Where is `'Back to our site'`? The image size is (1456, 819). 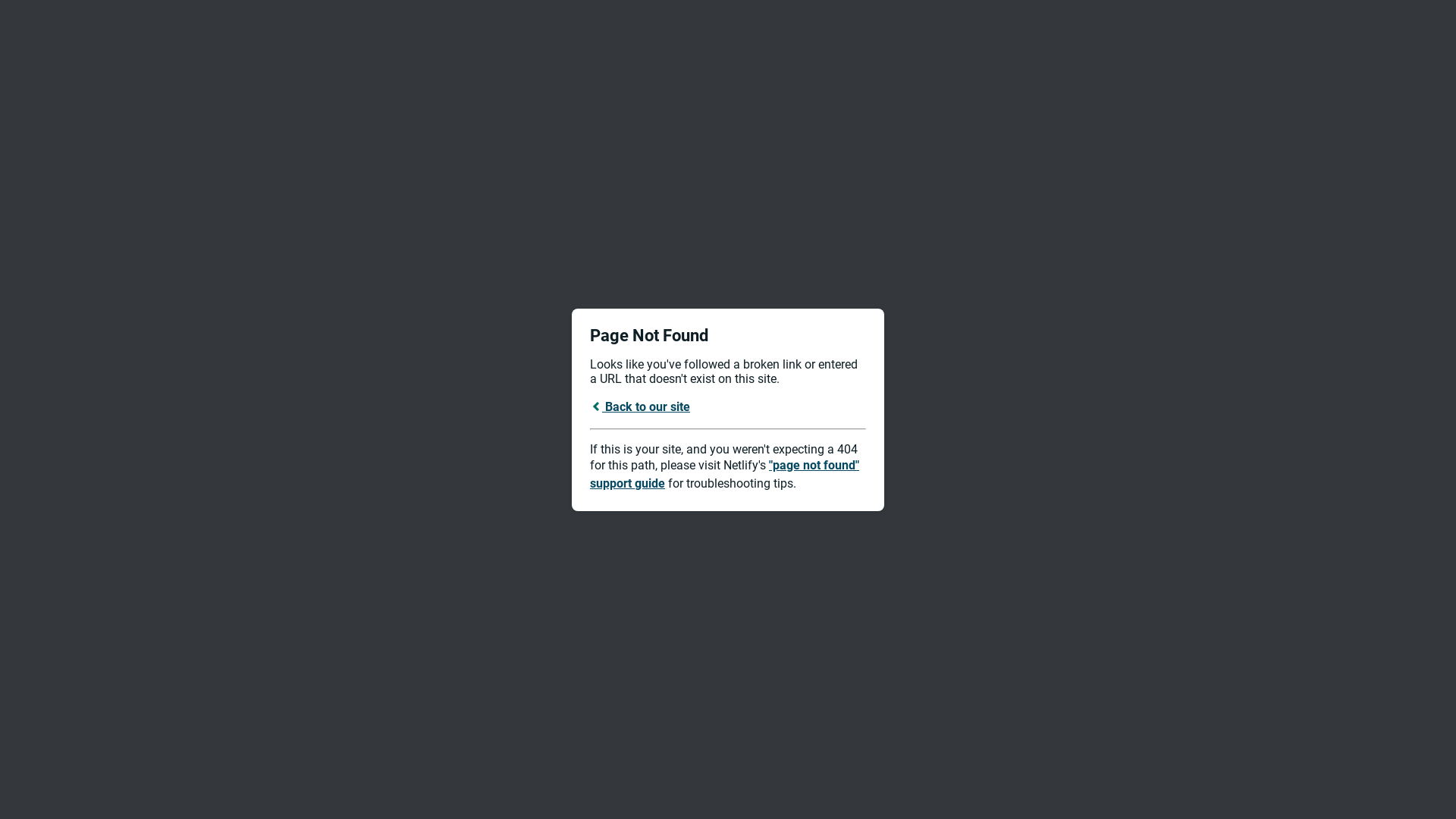
'Back to our site' is located at coordinates (640, 405).